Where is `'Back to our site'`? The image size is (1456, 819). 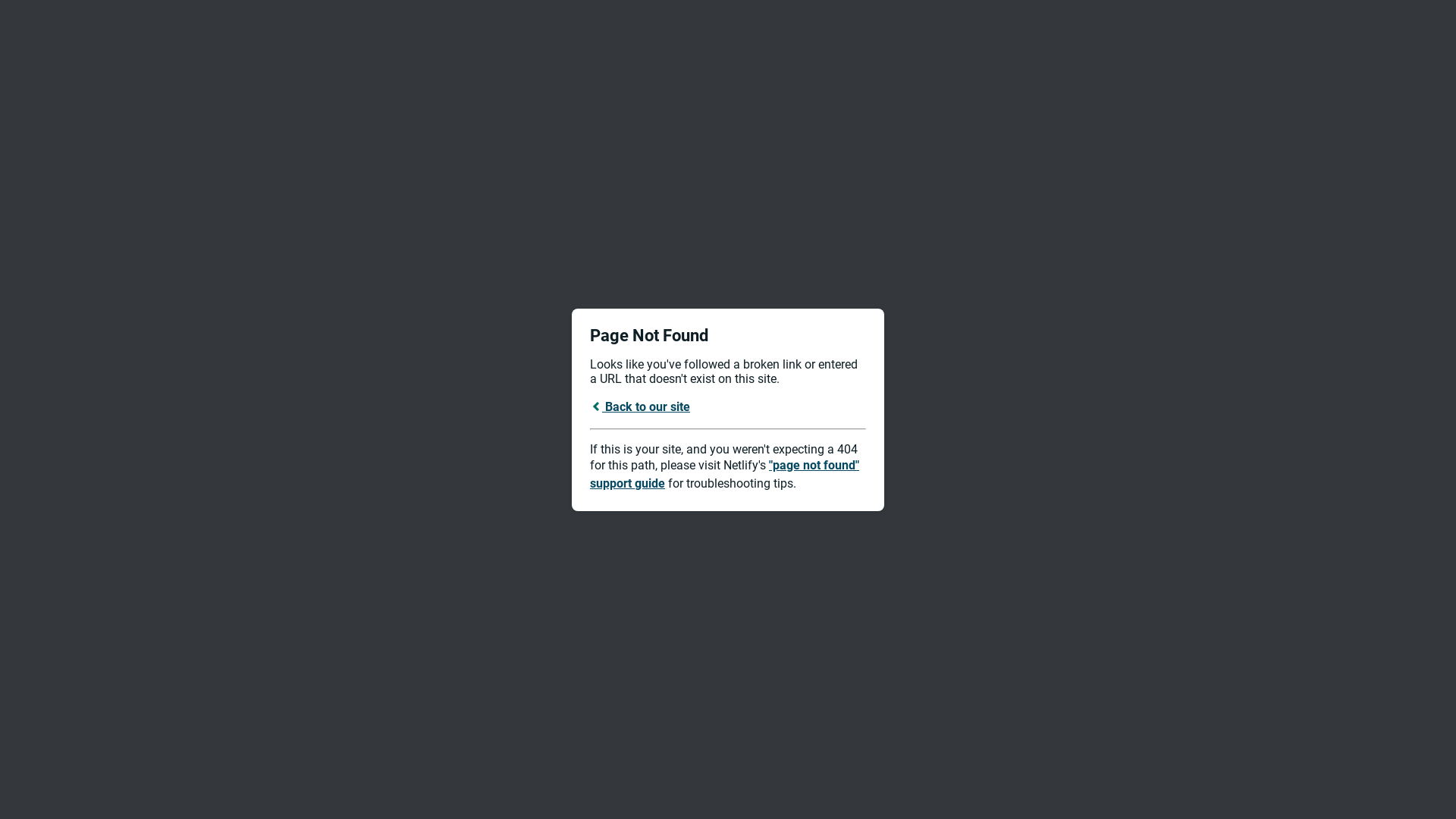
'Back to our site' is located at coordinates (640, 405).